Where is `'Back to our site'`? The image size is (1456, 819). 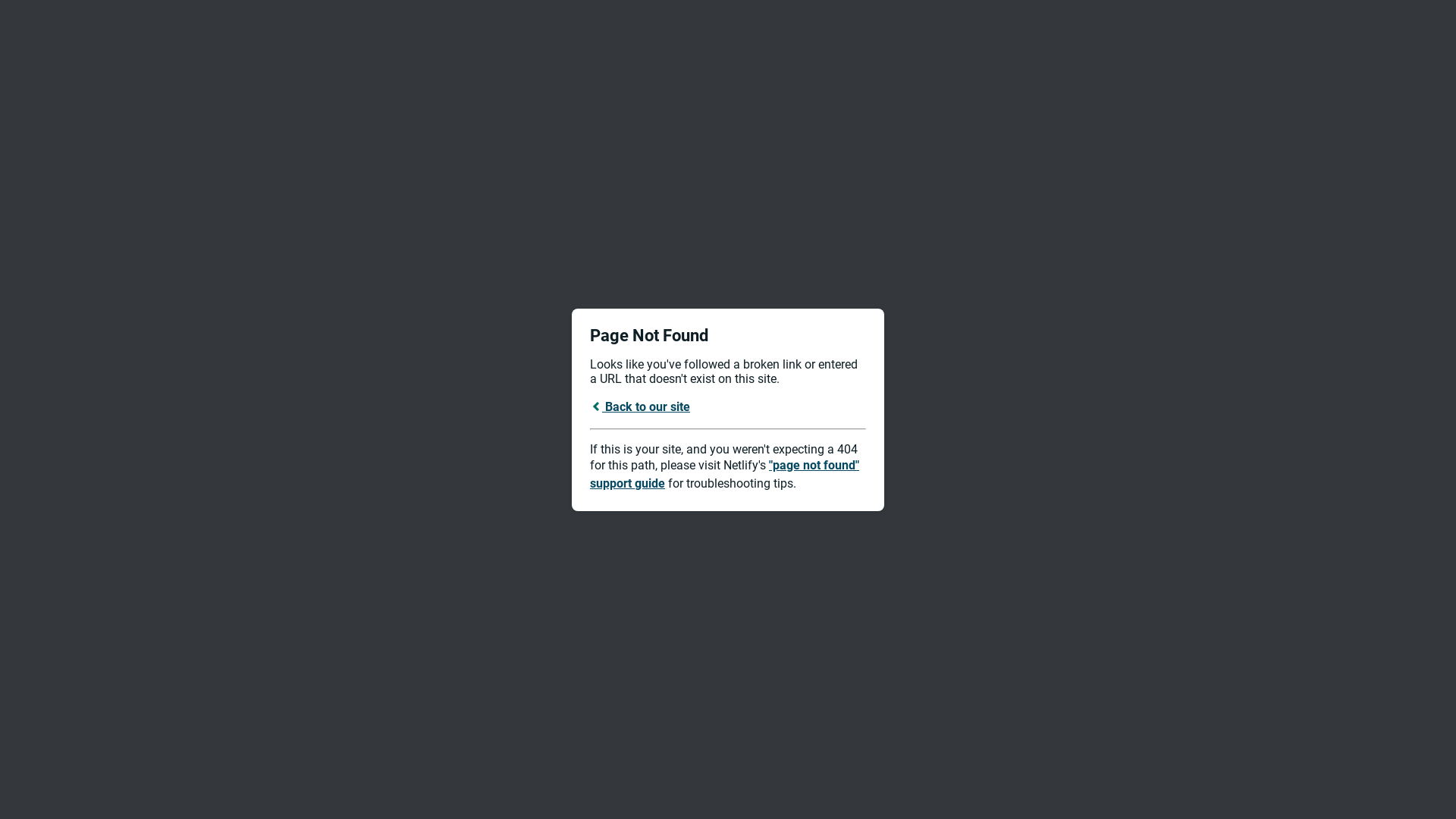
'Back to our site' is located at coordinates (640, 405).